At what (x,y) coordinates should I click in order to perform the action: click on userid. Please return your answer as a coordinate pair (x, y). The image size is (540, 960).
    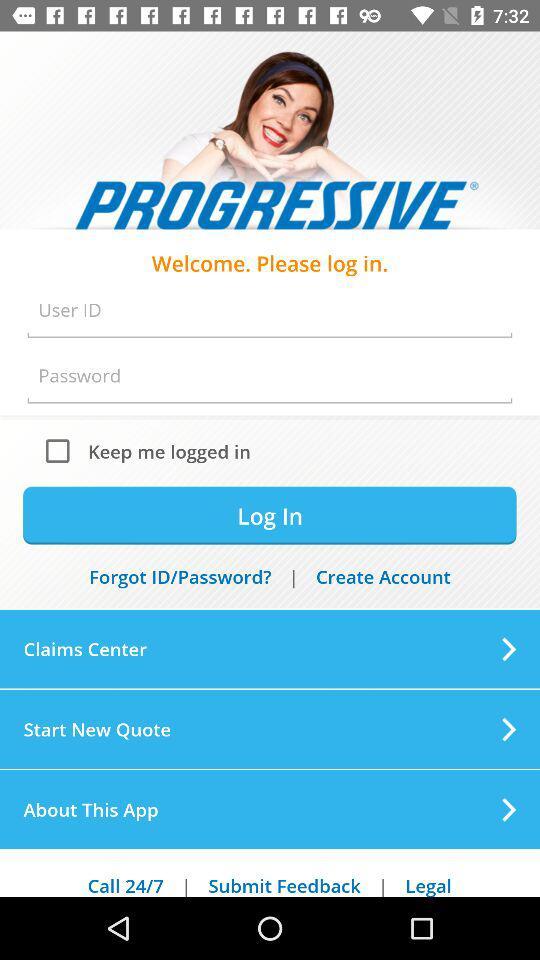
    Looking at the image, I should click on (270, 310).